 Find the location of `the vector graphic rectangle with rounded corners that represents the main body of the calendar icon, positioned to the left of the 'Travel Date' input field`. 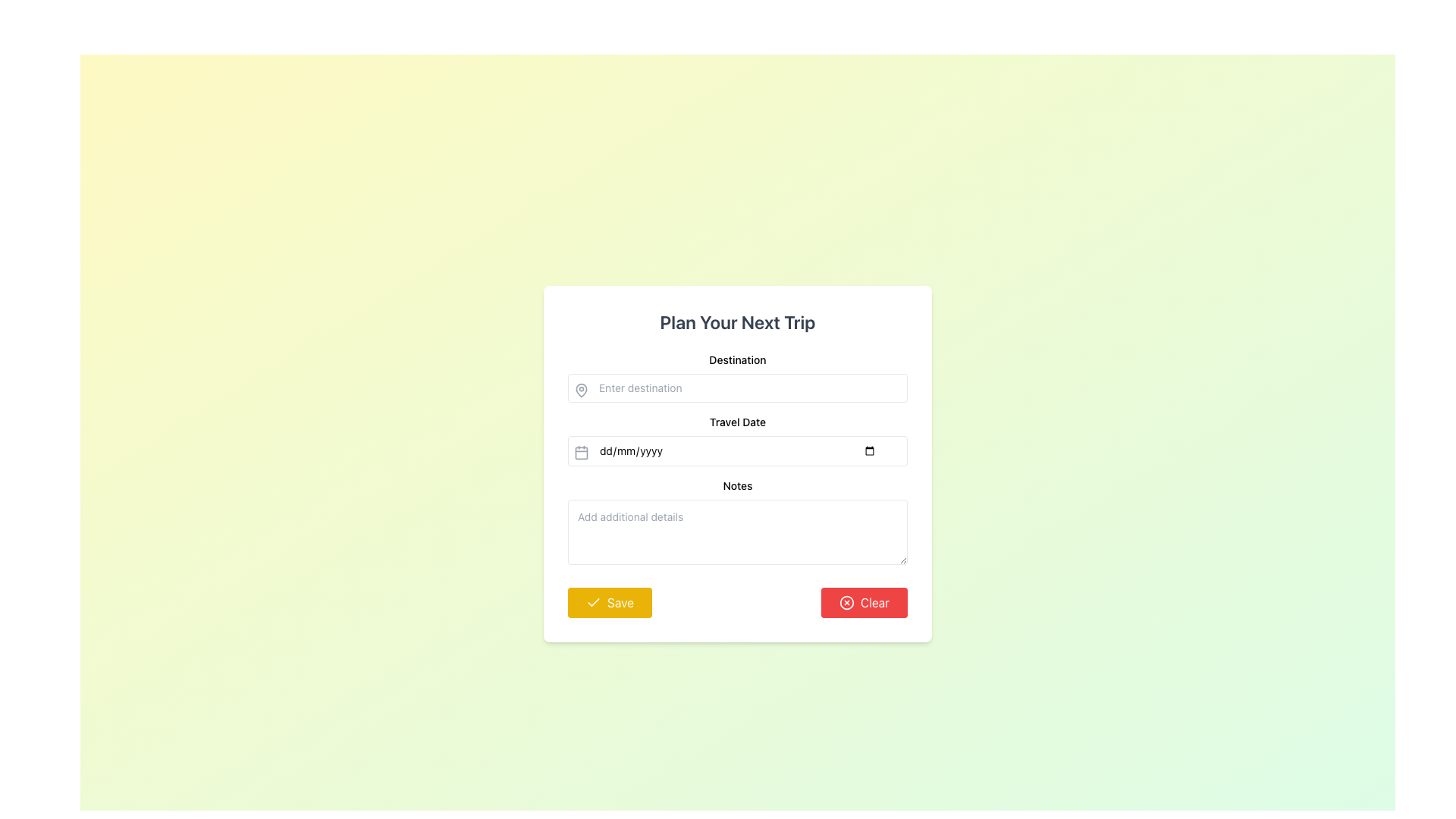

the vector graphic rectangle with rounded corners that represents the main body of the calendar icon, positioned to the left of the 'Travel Date' input field is located at coordinates (581, 452).